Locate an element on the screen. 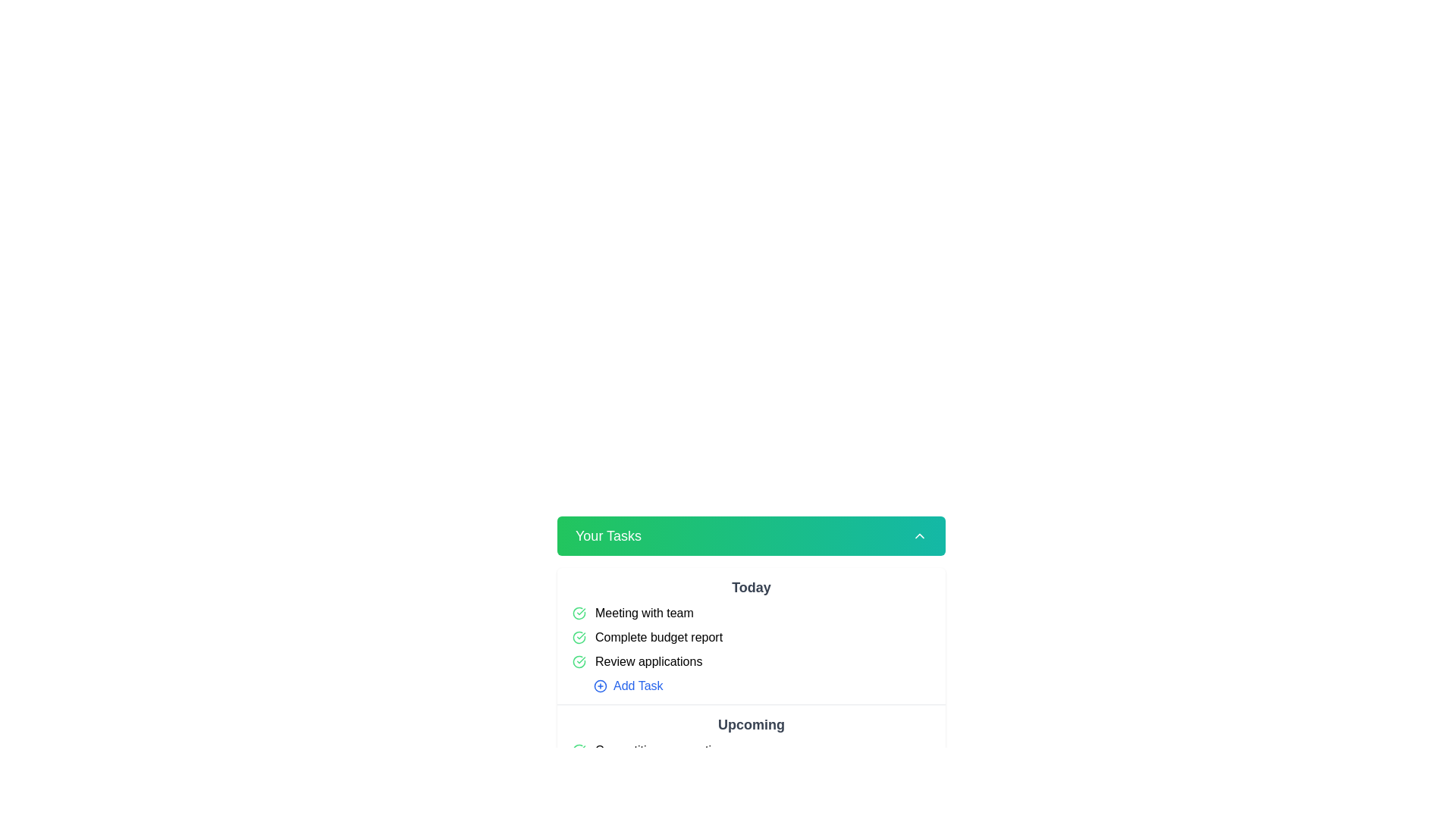 Image resolution: width=1456 pixels, height=819 pixels. the interactive toggle icon located to the far right of the green bar labeled 'Your Tasks' is located at coordinates (919, 535).